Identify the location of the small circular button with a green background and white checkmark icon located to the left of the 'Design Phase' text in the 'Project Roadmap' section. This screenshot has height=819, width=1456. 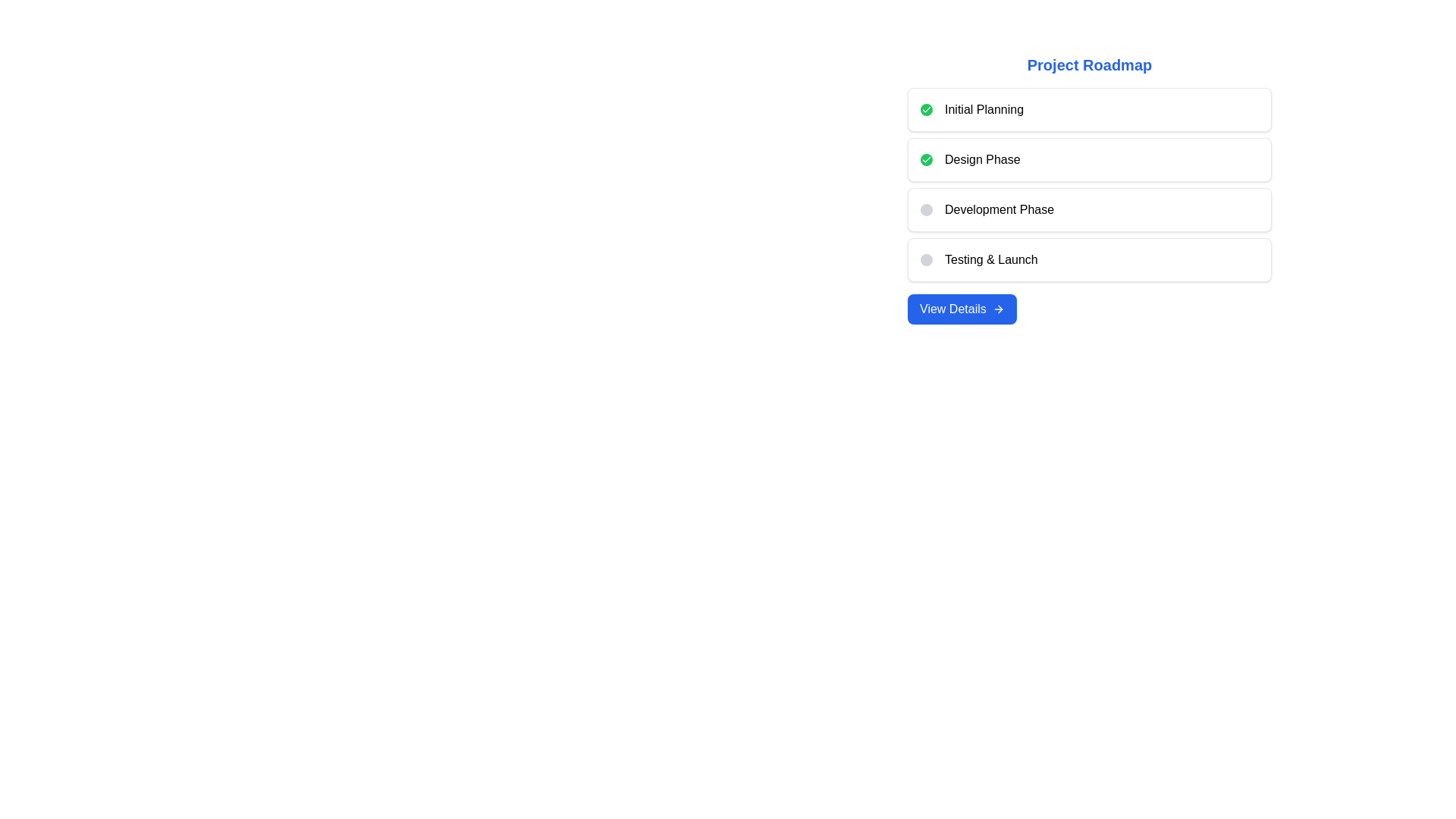
(926, 160).